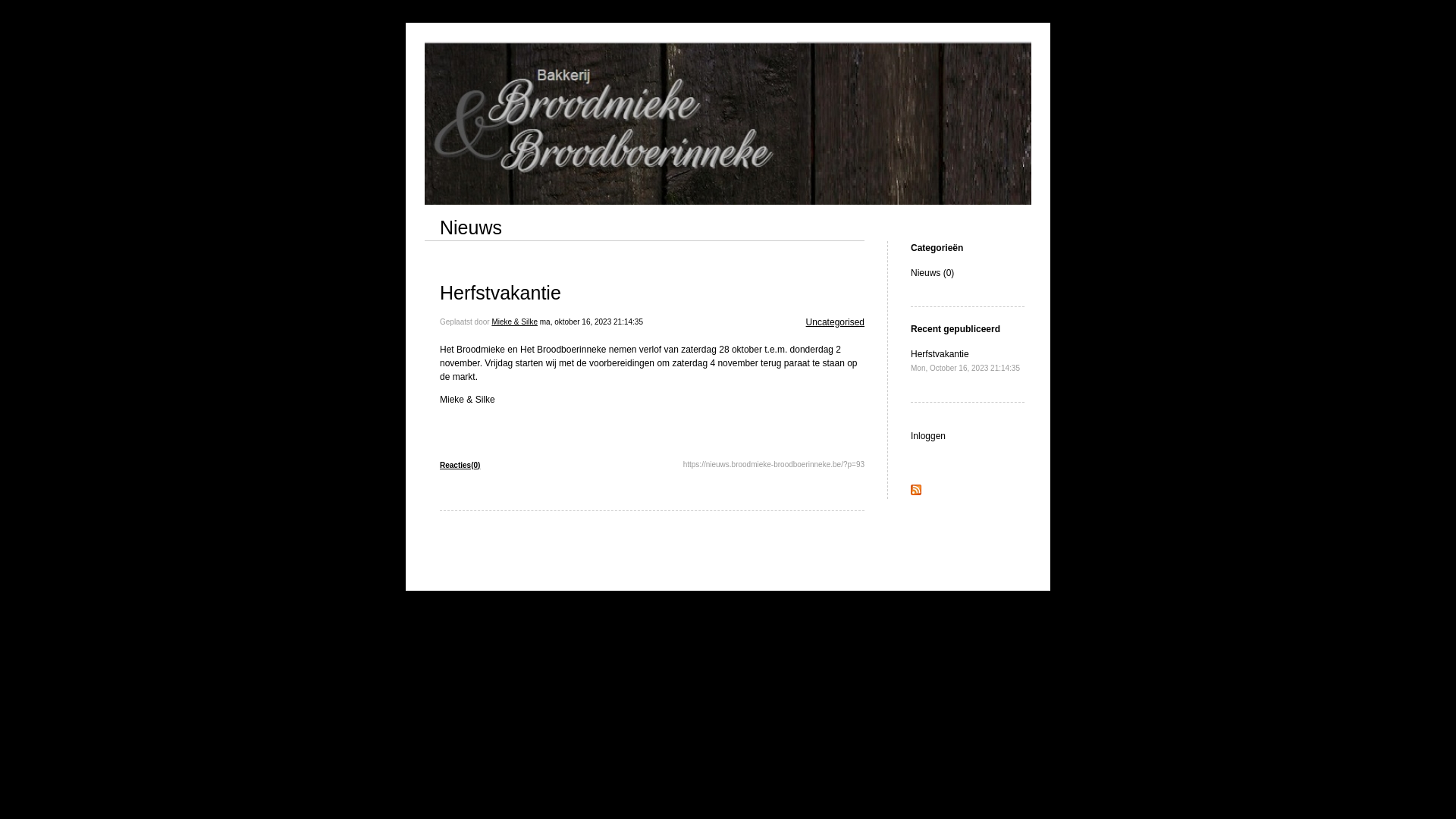 This screenshot has width=1456, height=819. I want to click on 'Herfstvakantie, so click(964, 360).